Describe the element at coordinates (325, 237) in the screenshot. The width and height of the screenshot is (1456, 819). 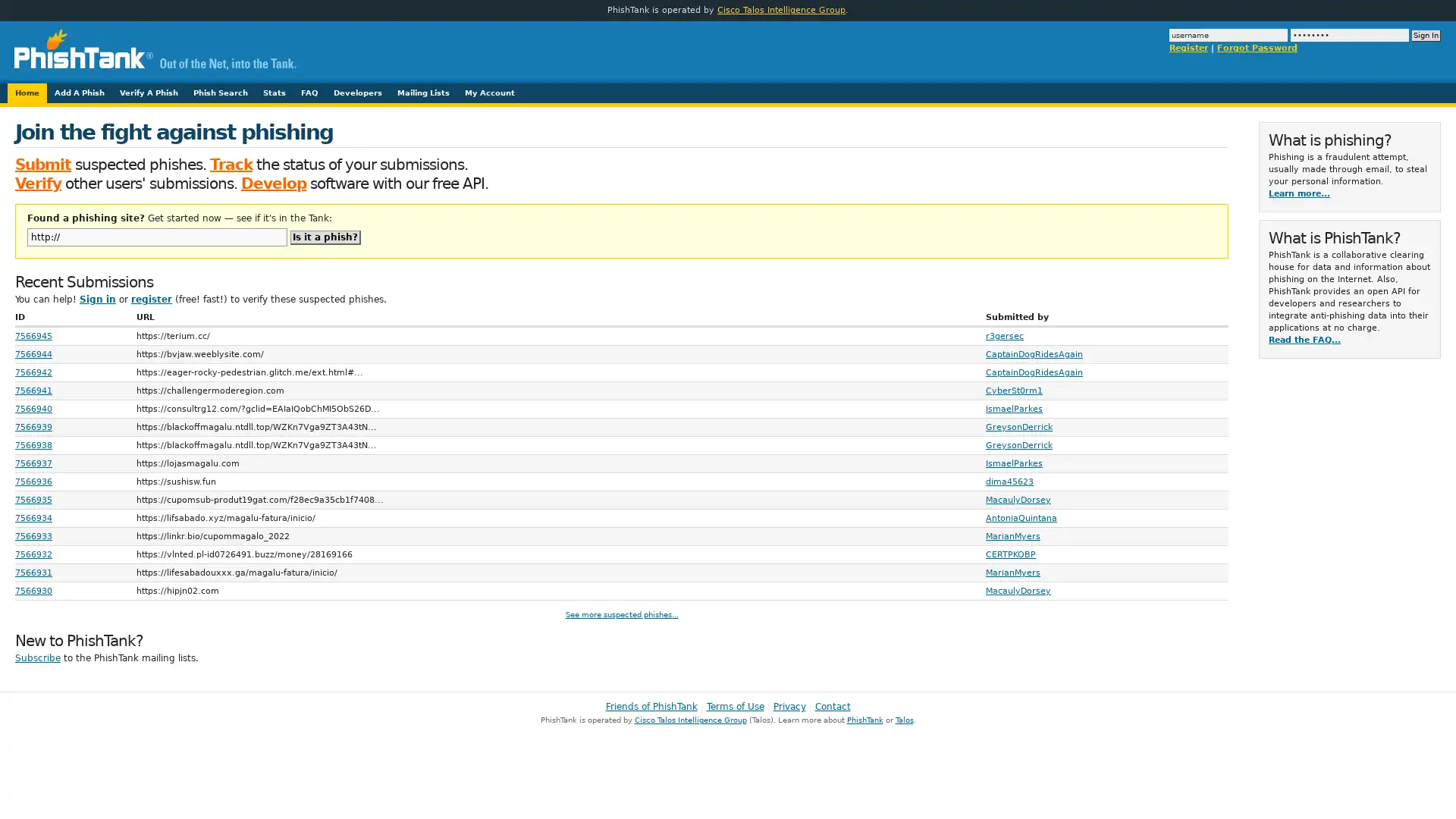
I see `Is it a phish?` at that location.